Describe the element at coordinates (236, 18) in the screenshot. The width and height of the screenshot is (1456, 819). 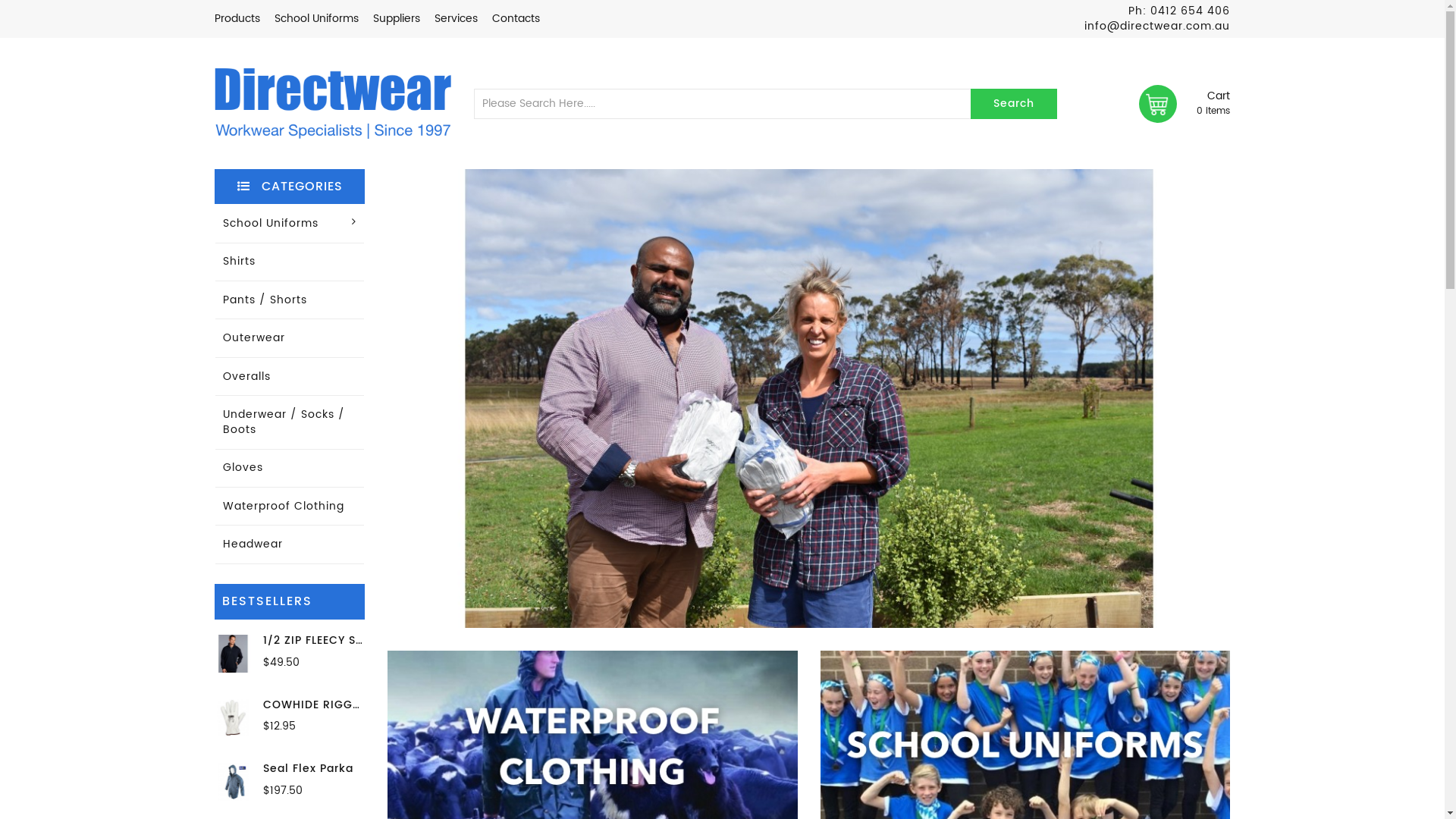
I see `'Products'` at that location.